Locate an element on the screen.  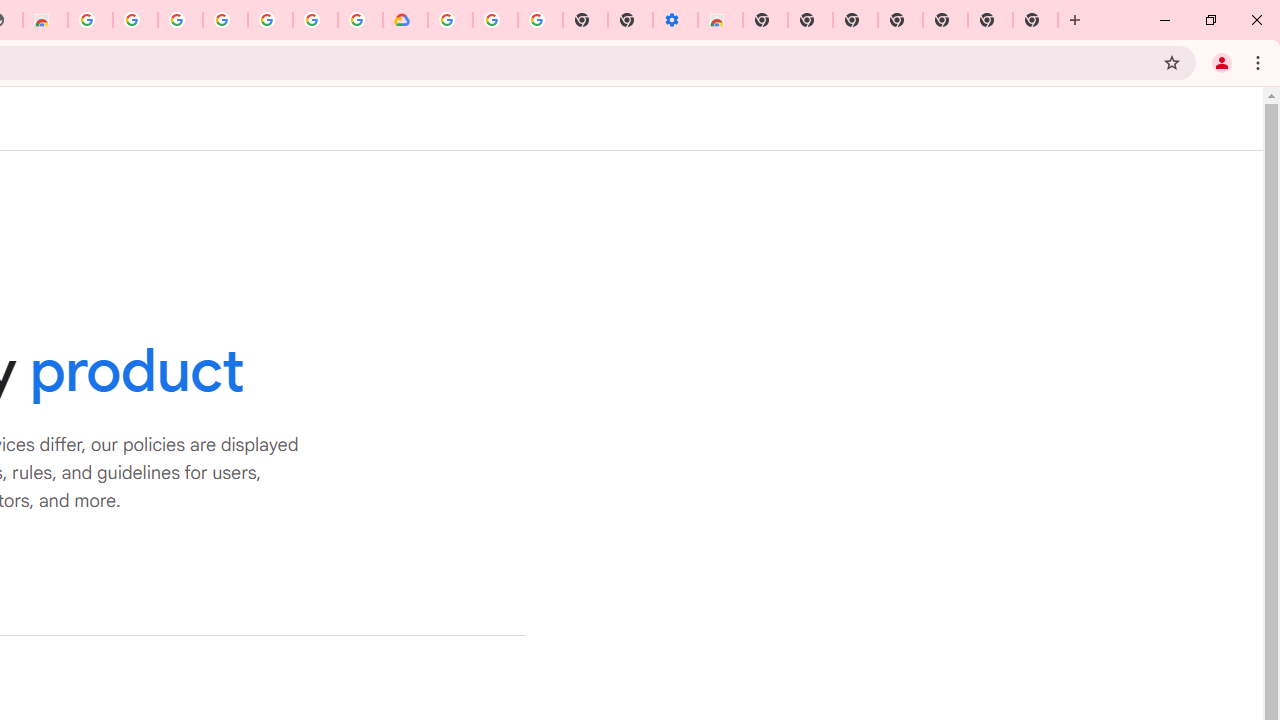
'Chrome Web Store - Household' is located at coordinates (45, 20).